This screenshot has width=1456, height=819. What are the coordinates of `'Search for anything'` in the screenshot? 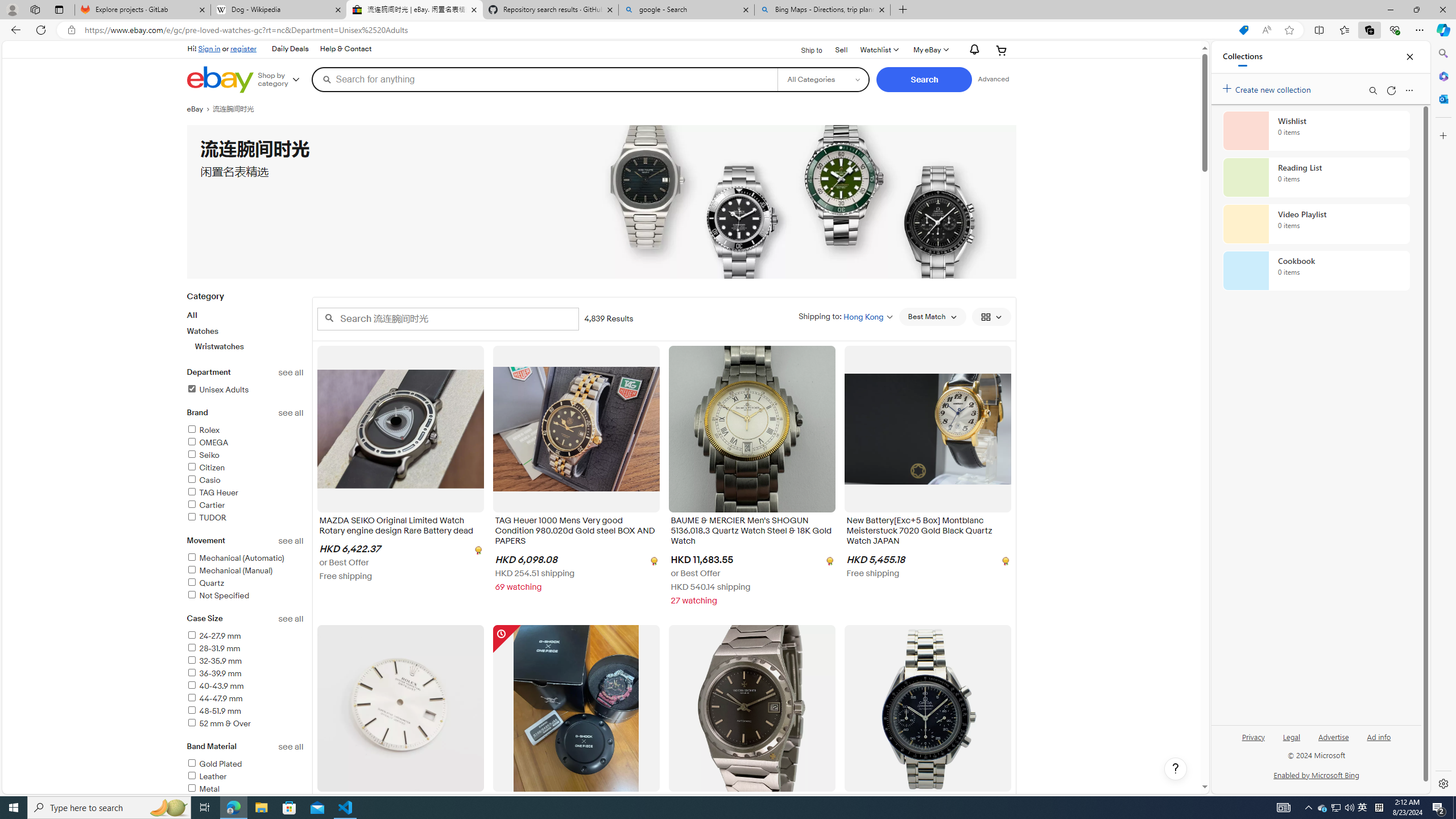 It's located at (544, 78).